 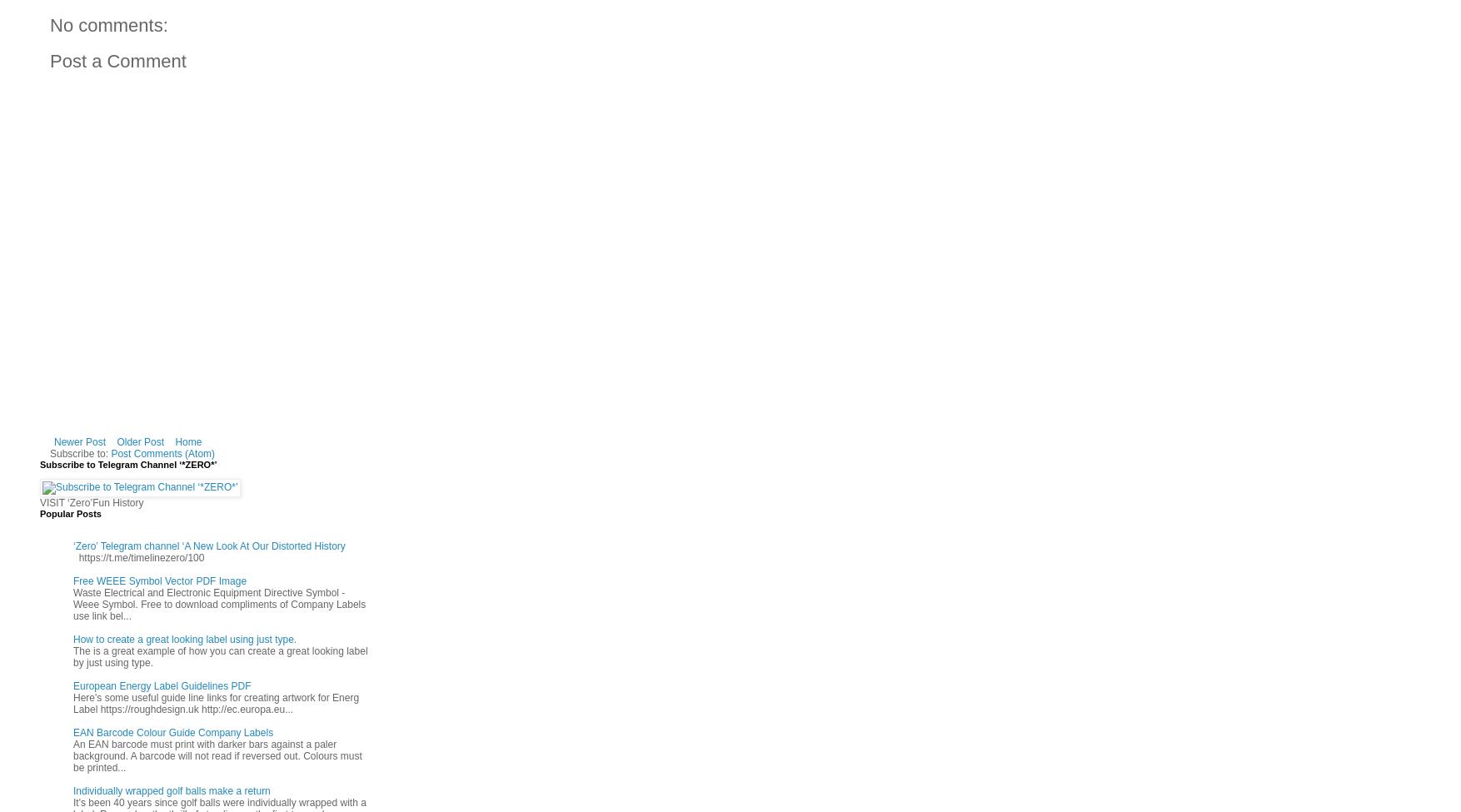 I want to click on 'Individually wrapped golf balls make a return', so click(x=73, y=789).